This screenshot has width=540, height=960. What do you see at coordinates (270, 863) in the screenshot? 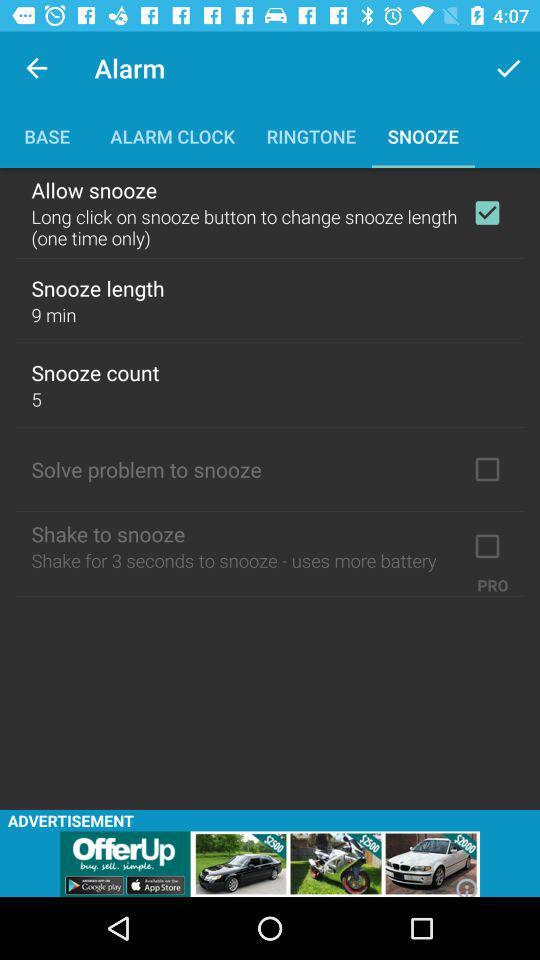
I see `showing the advertisement` at bounding box center [270, 863].